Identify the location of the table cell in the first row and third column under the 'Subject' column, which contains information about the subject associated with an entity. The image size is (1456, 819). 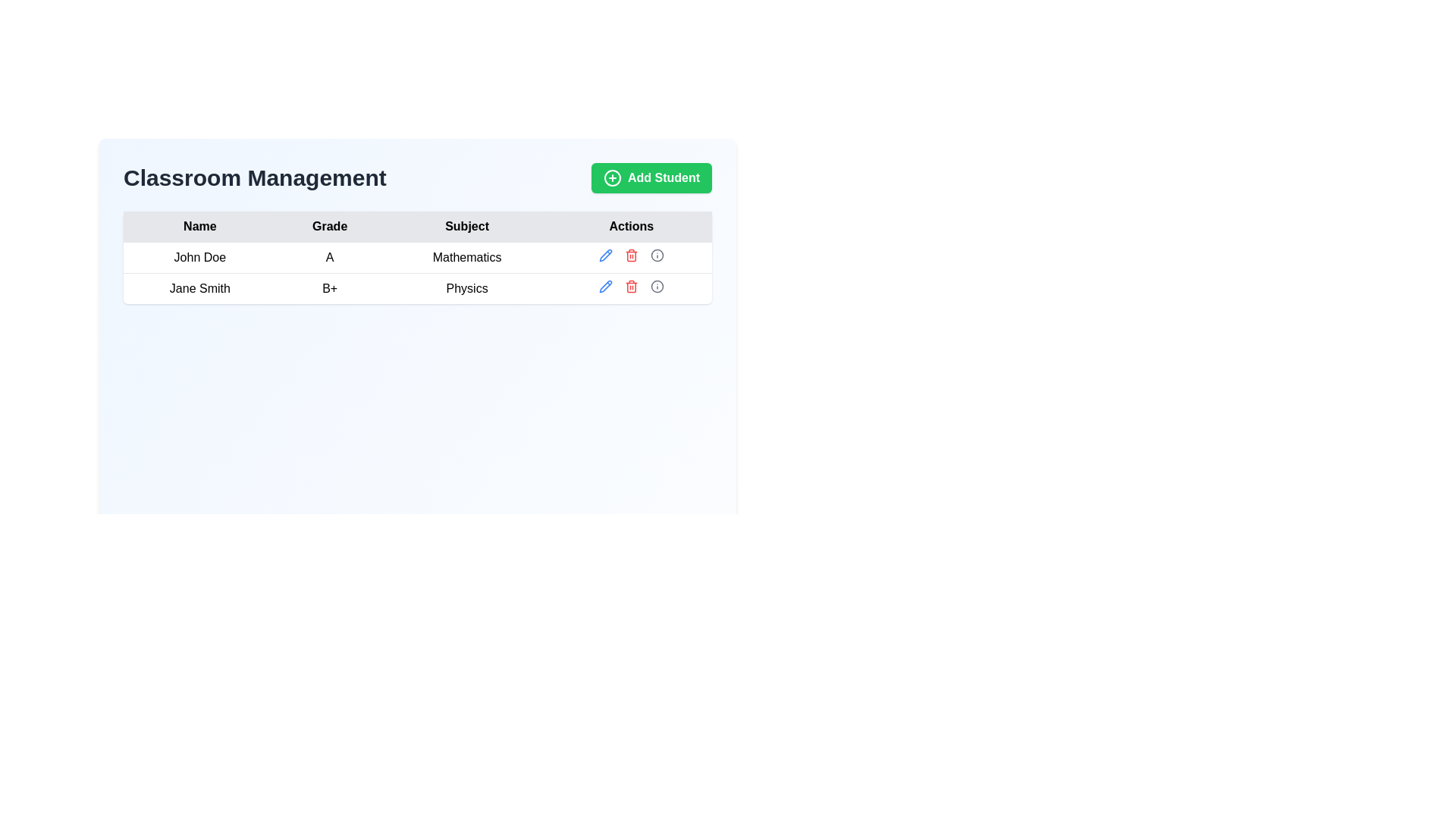
(466, 256).